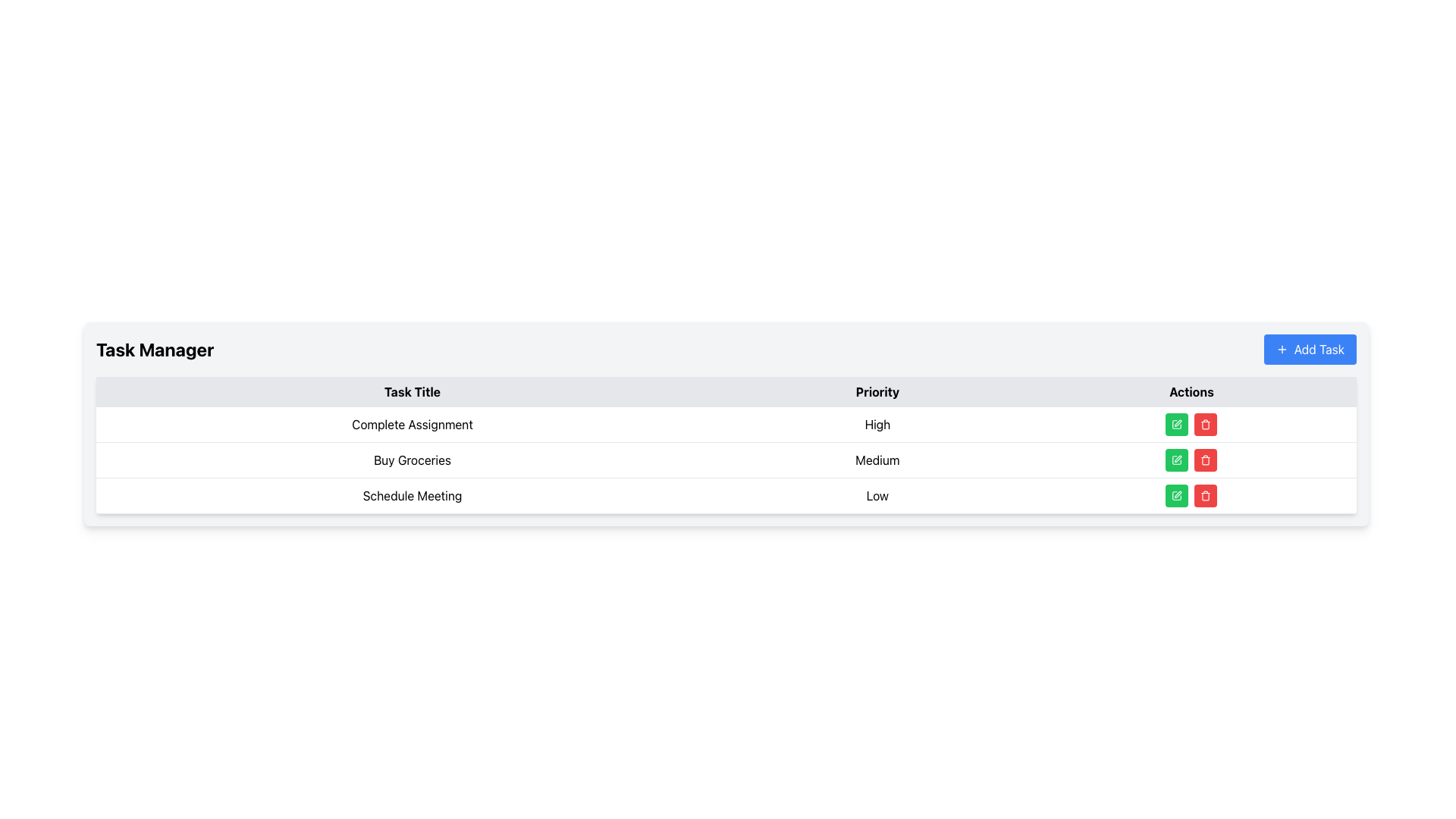 The width and height of the screenshot is (1456, 819). Describe the element at coordinates (1190, 459) in the screenshot. I see `the red delete button located in the last column of the table row for the task 'Buy Groceries'` at that location.